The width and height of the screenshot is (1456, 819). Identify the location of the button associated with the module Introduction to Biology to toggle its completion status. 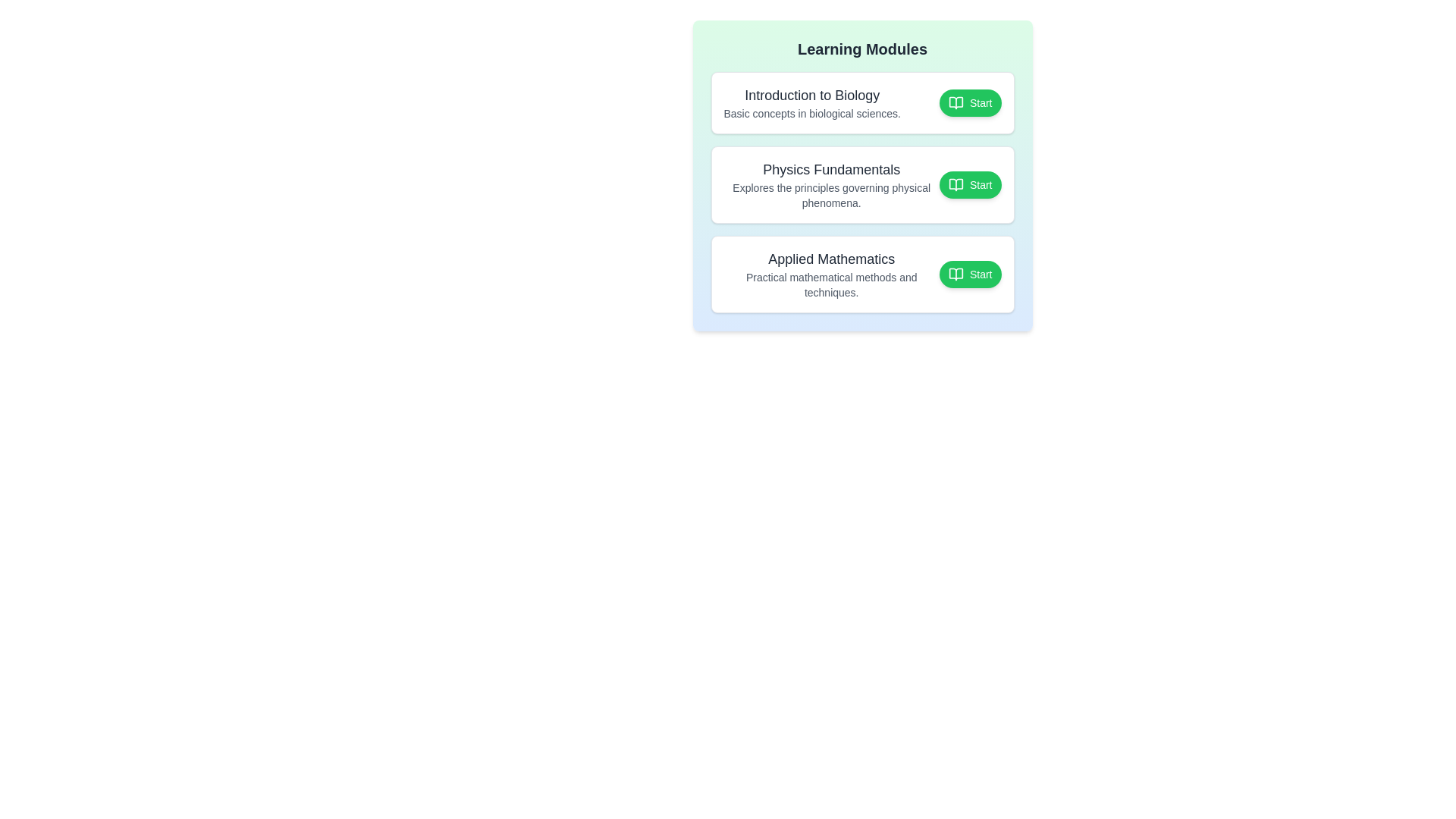
(969, 102).